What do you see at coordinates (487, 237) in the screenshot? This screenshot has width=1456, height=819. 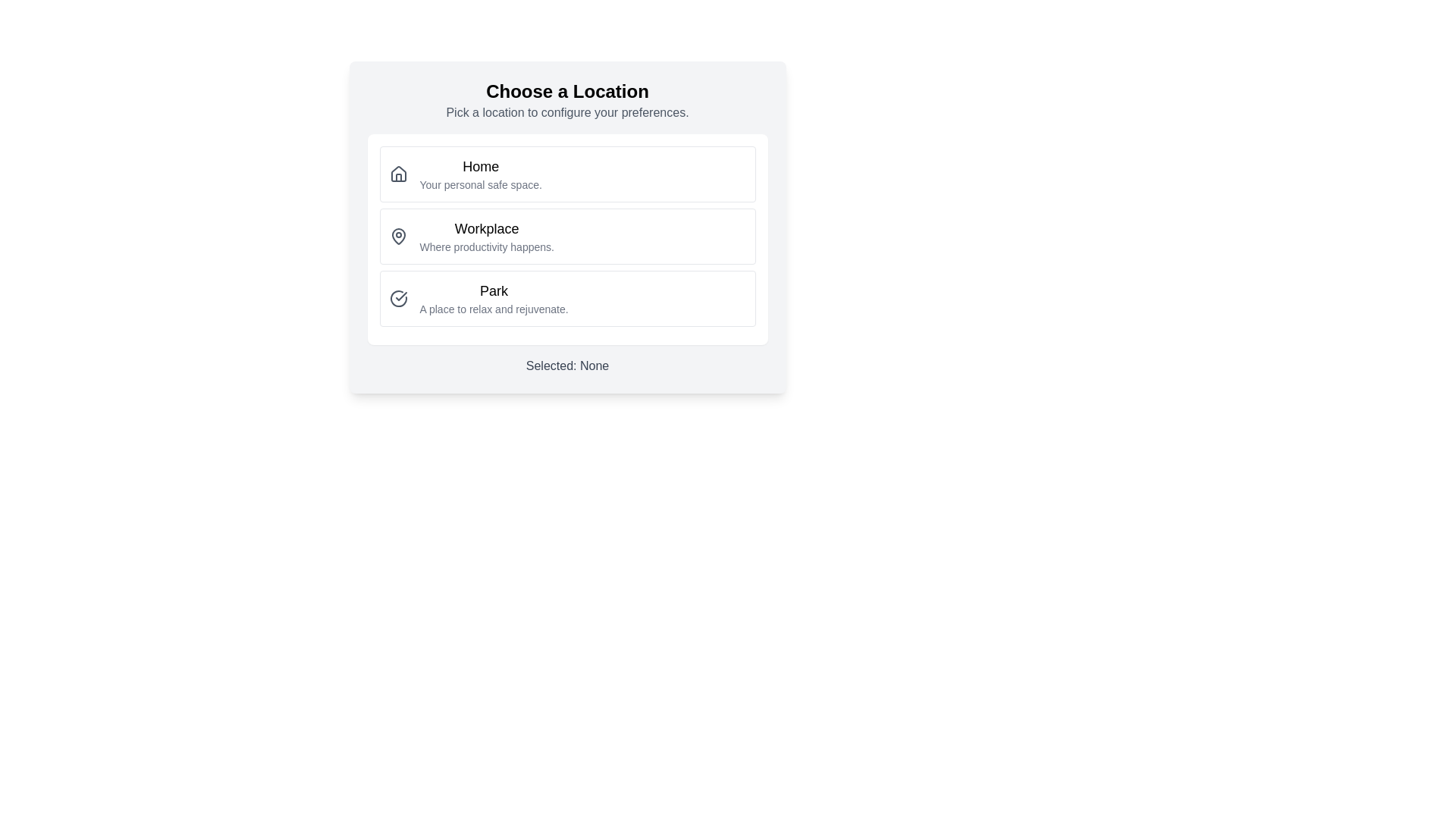 I see `the selectable option labeled 'Workplace' in the location choices list, which is centrally aligned and positioned between 'Home' and 'Park'` at bounding box center [487, 237].